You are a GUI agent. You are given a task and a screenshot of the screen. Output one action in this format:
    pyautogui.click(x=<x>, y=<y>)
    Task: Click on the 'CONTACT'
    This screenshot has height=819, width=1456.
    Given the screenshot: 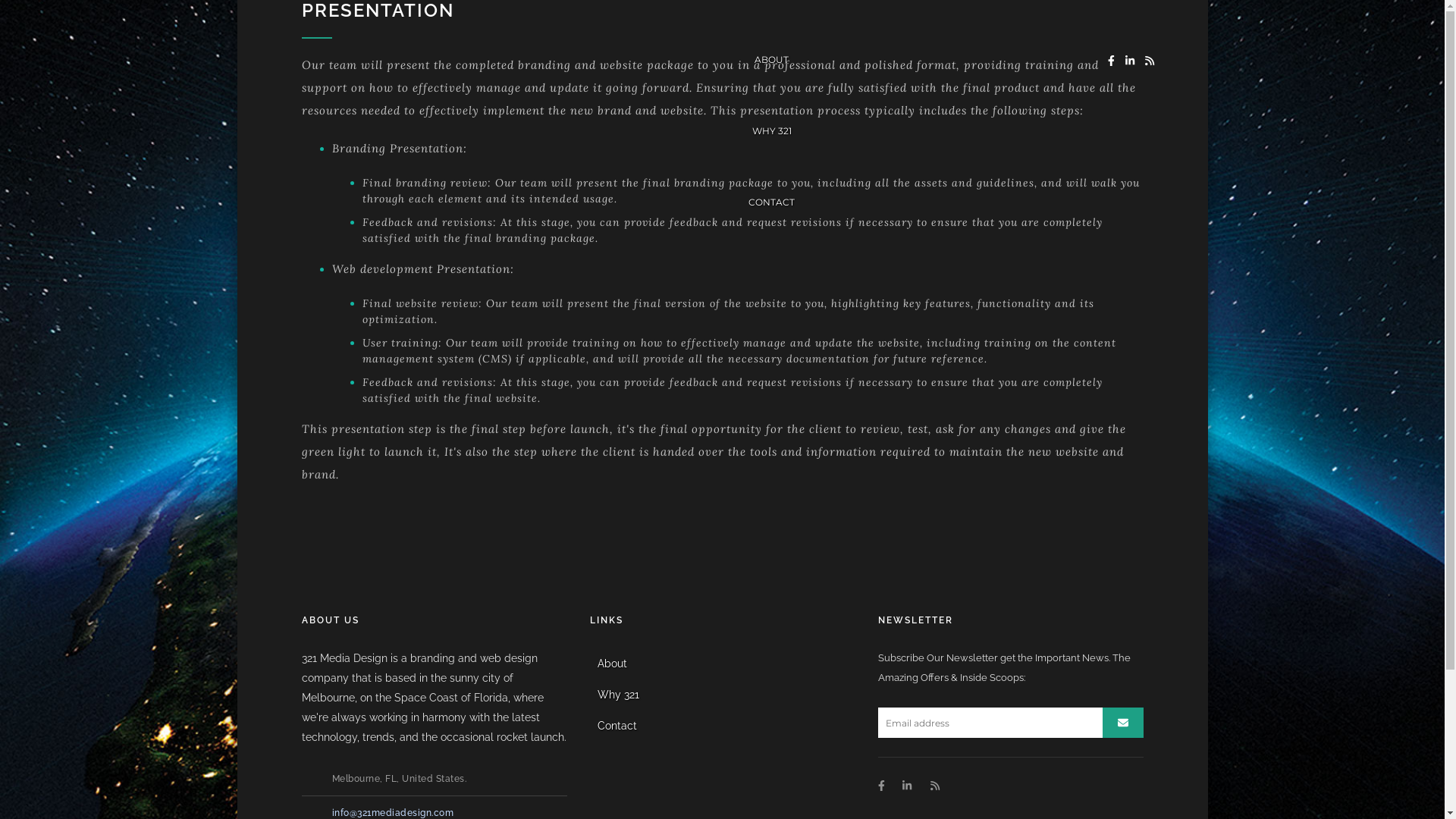 What is the action you would take?
    pyautogui.click(x=771, y=200)
    